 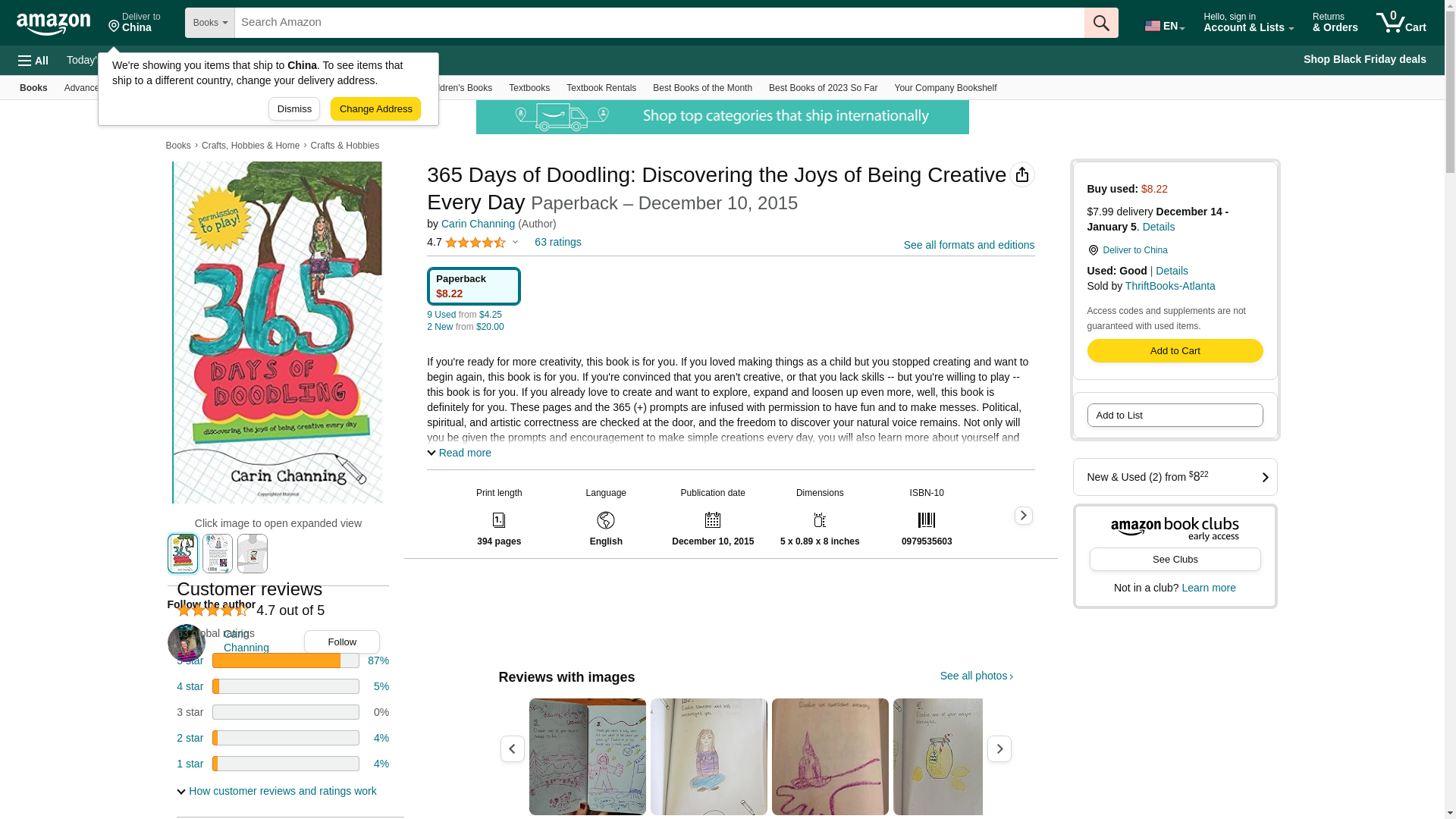 What do you see at coordinates (5, 20) in the screenshot?
I see `'Skip to main content'` at bounding box center [5, 20].